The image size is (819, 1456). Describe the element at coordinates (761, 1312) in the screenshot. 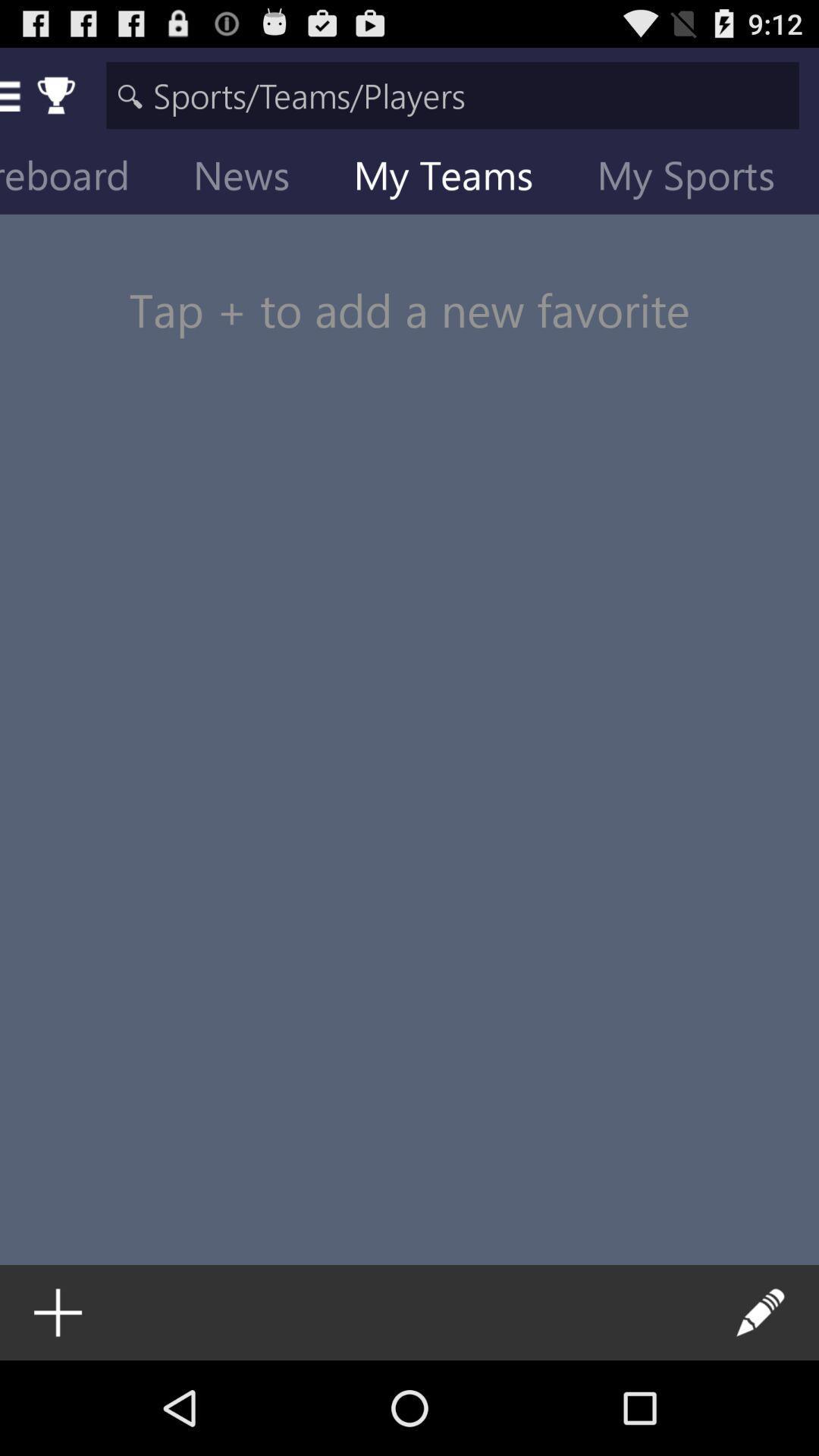

I see `the icon at the bottom right corner` at that location.